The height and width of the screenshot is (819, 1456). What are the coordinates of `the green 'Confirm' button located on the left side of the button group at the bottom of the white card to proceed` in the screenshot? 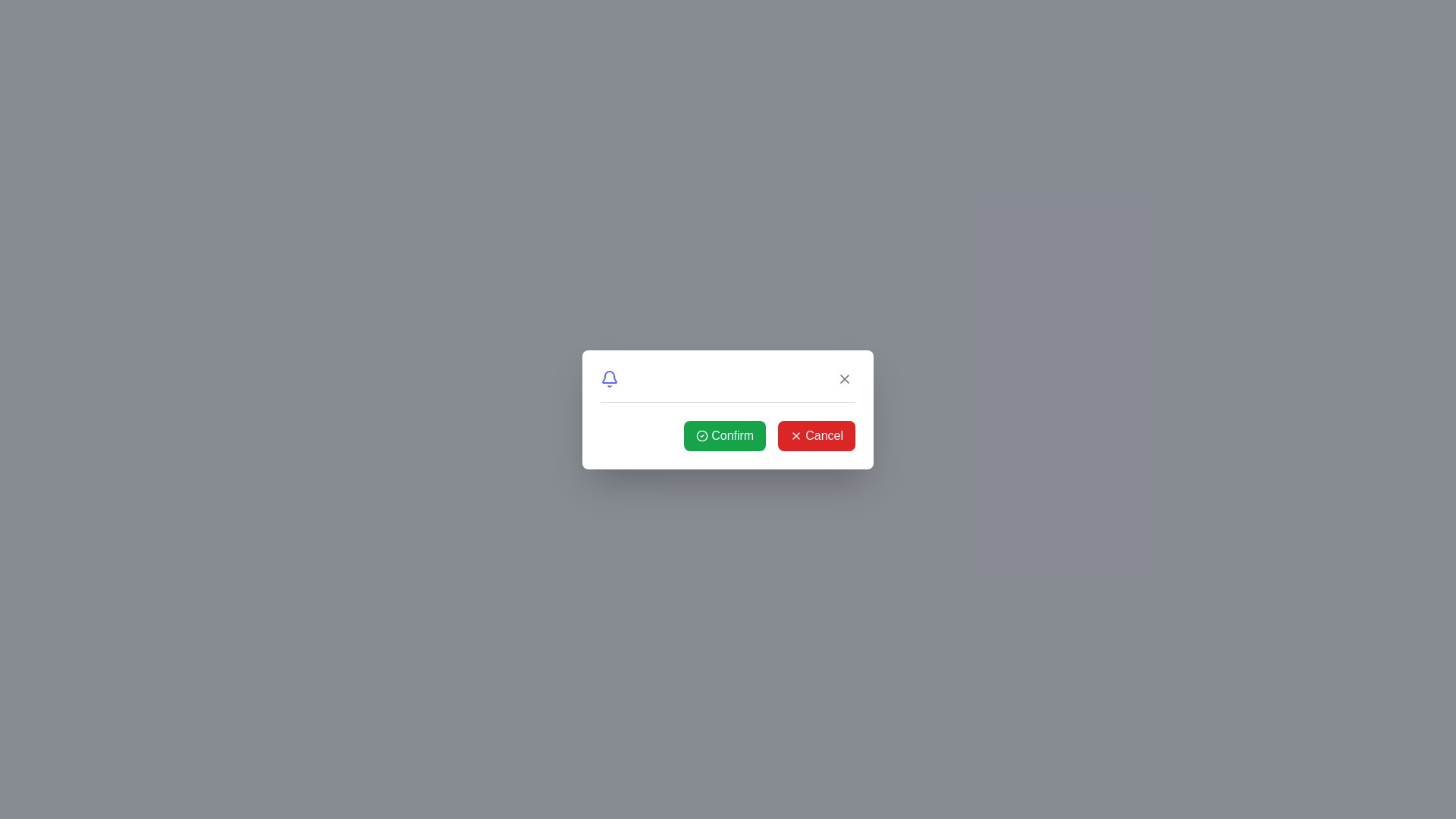 It's located at (728, 435).